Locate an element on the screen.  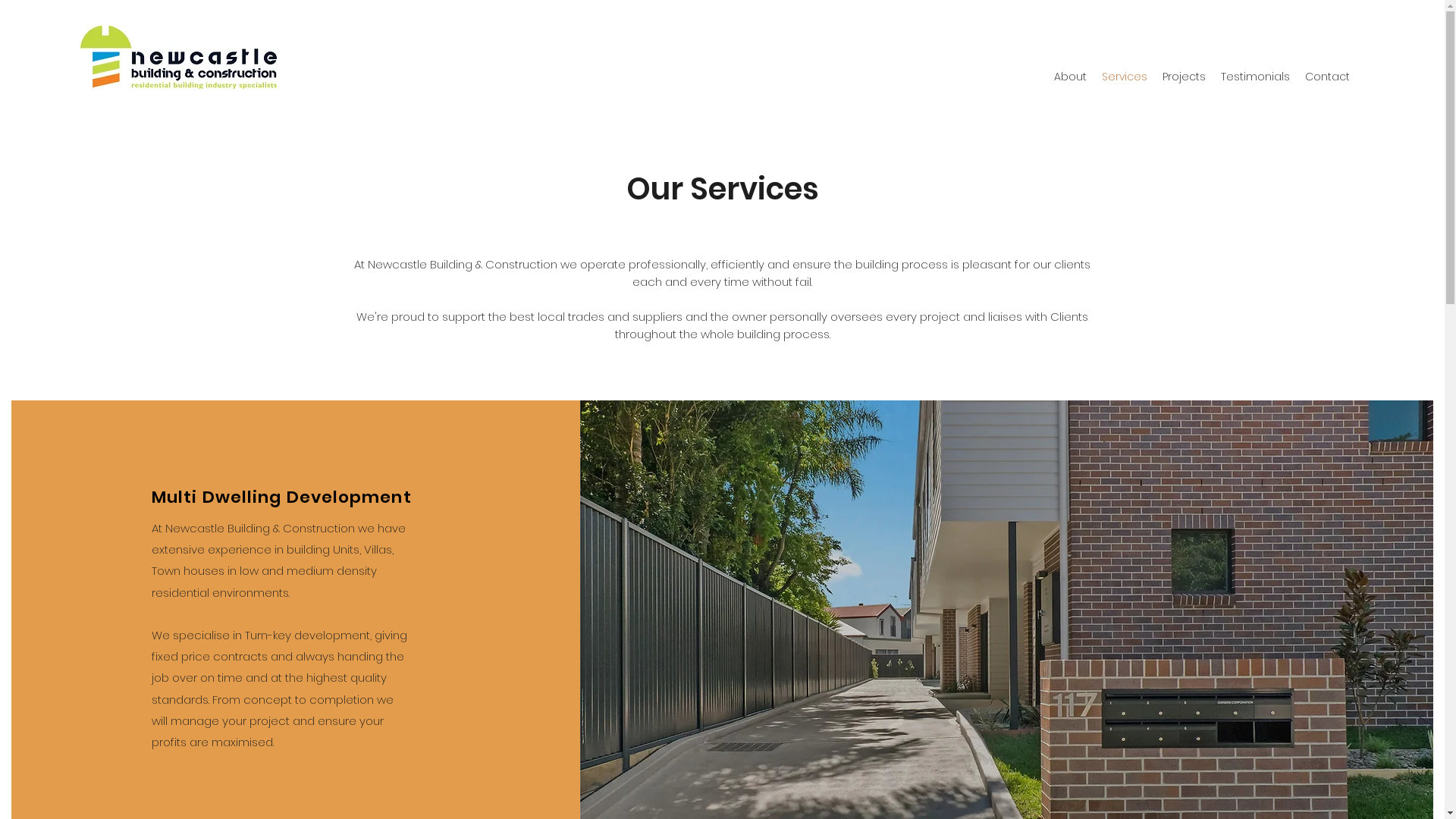
'Testimonials' is located at coordinates (1255, 77).